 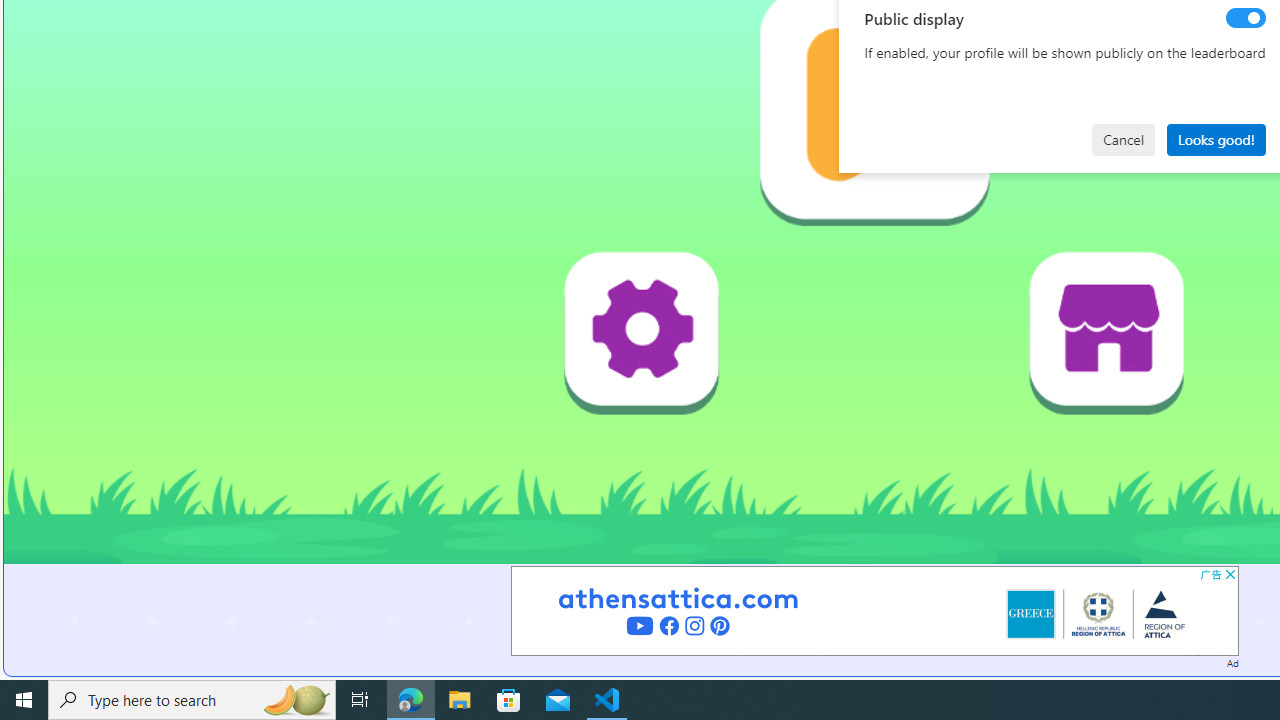 What do you see at coordinates (1215, 138) in the screenshot?
I see `'Looks good!'` at bounding box center [1215, 138].